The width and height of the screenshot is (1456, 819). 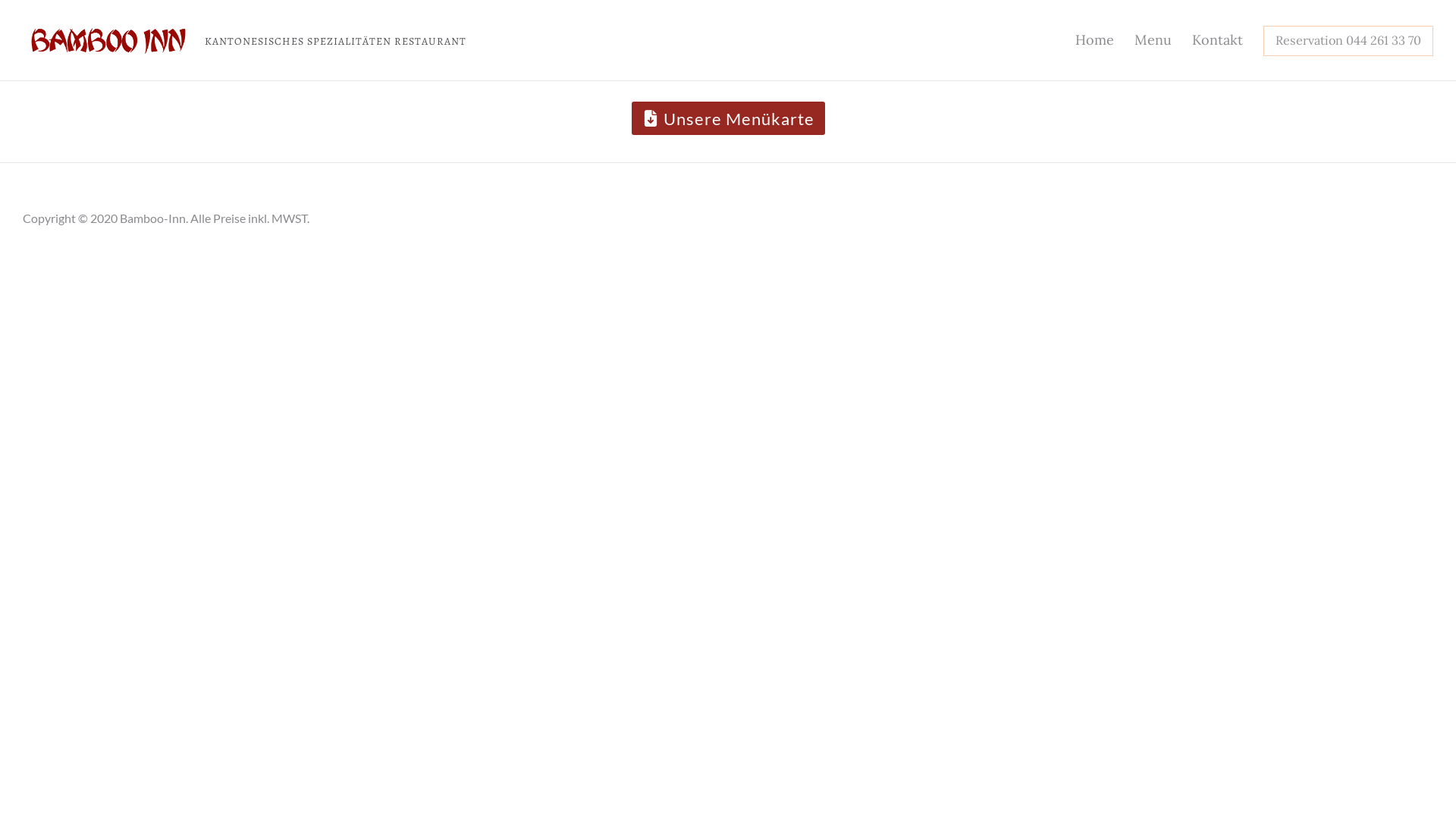 What do you see at coordinates (1217, 39) in the screenshot?
I see `'Kontakt'` at bounding box center [1217, 39].